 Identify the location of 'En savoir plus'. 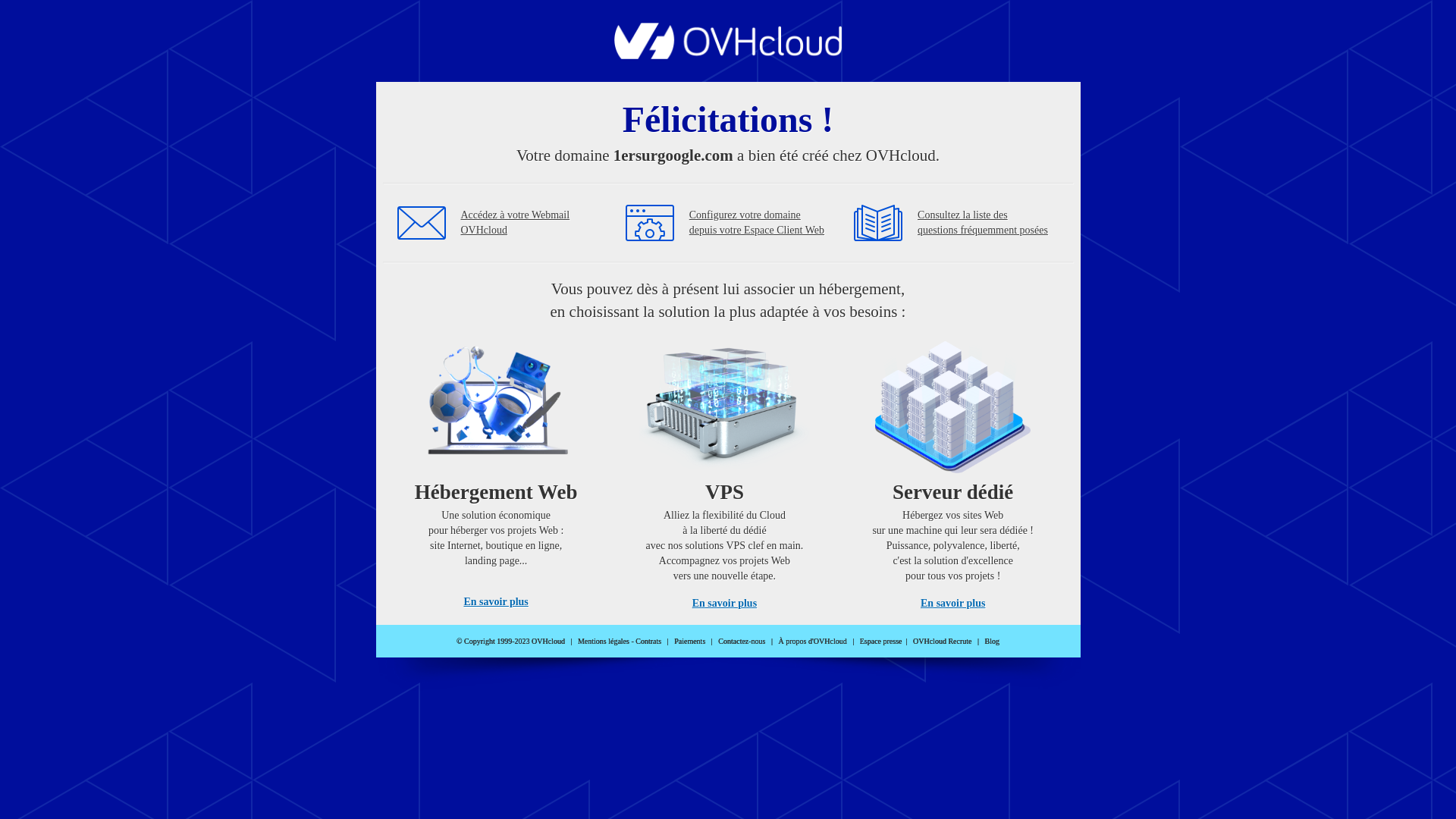
(723, 602).